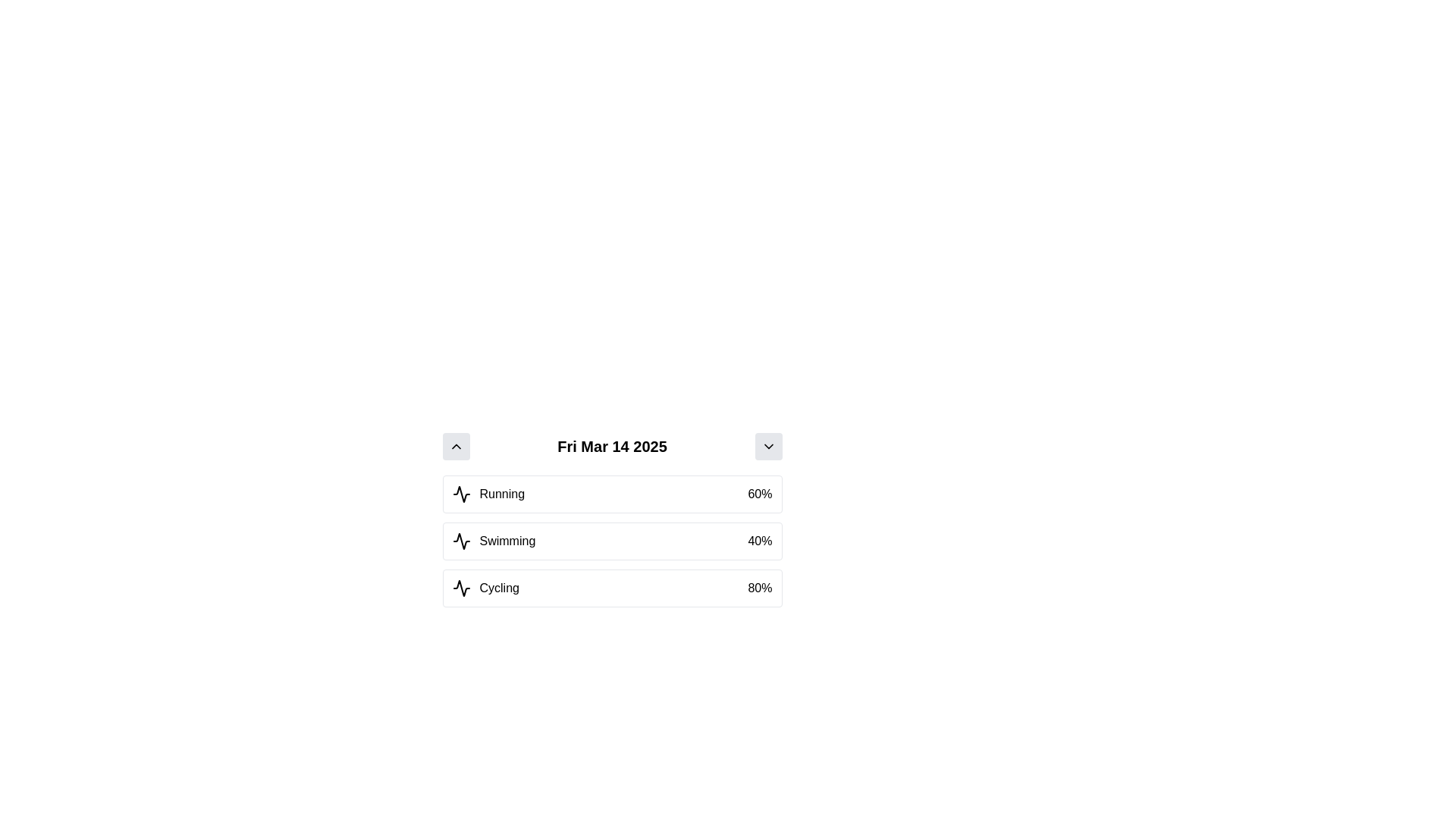 The image size is (1456, 819). Describe the element at coordinates (612, 587) in the screenshot. I see `the 'Cycling' card item, which is the third item in the list below the date 'Fri Mar 14 2025'` at that location.